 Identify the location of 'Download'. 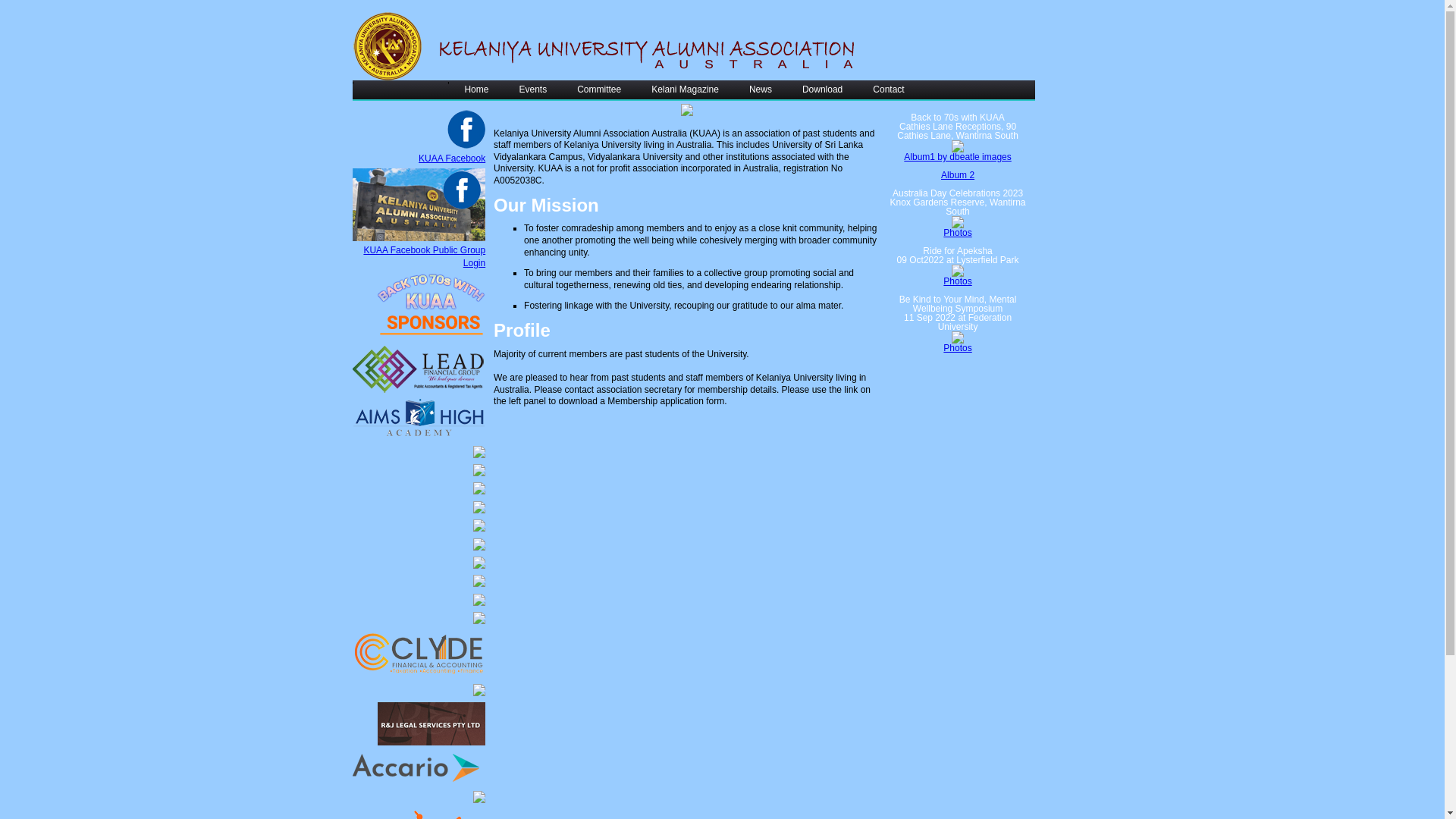
(821, 89).